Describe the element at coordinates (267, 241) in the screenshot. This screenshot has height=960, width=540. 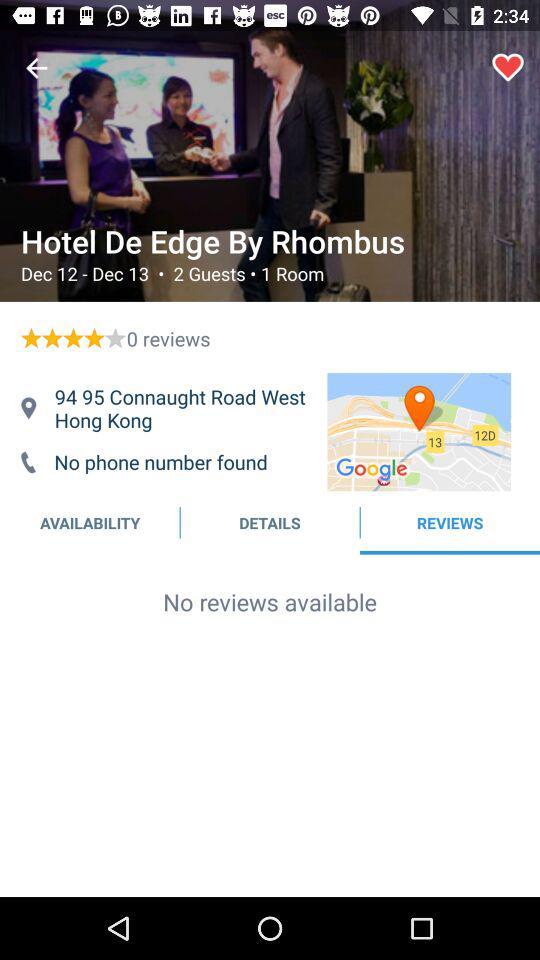
I see `the text hotel de edge by rhombus` at that location.